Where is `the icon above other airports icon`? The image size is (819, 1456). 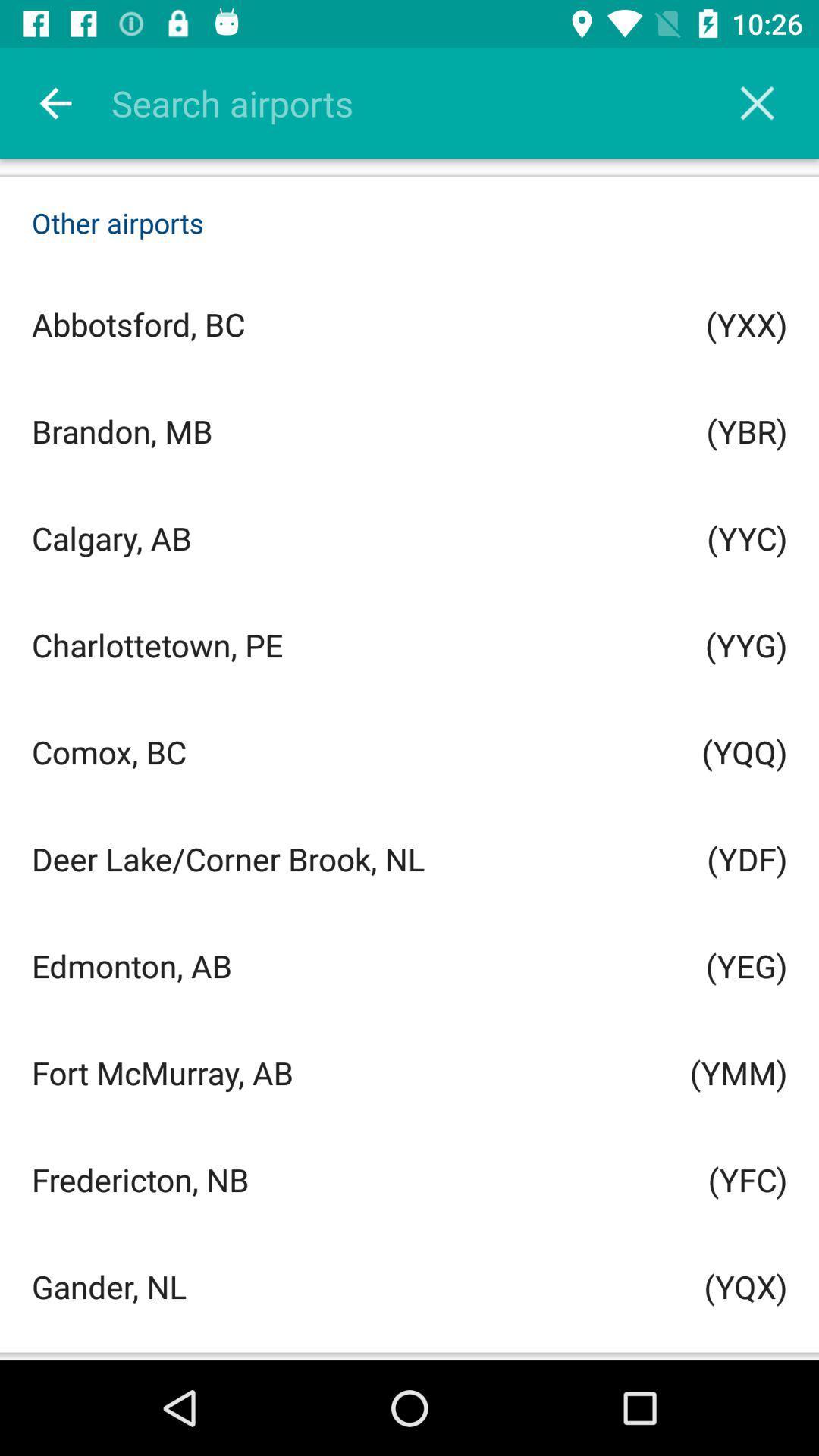 the icon above other airports icon is located at coordinates (757, 102).